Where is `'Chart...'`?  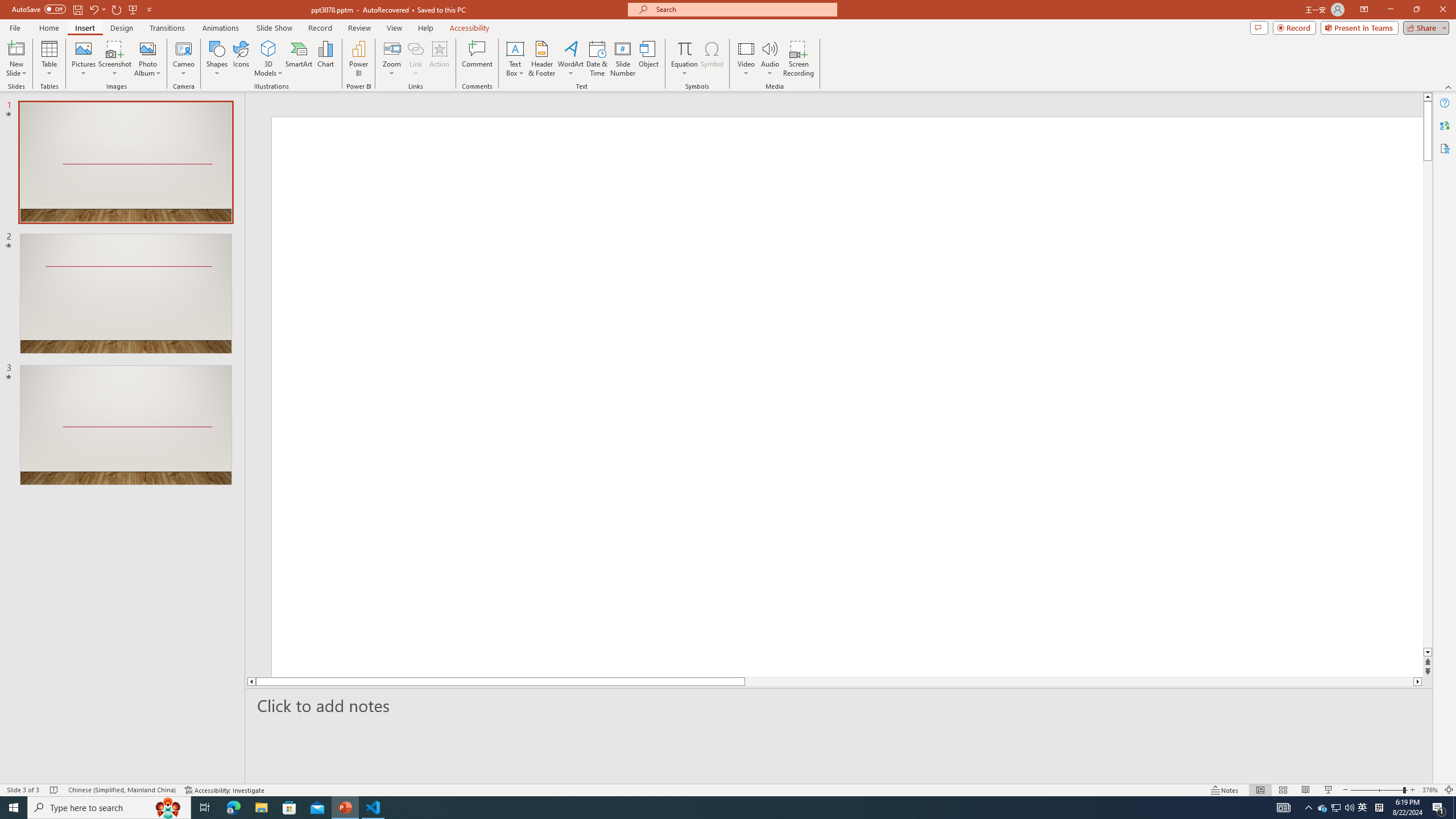 'Chart...' is located at coordinates (325, 59).